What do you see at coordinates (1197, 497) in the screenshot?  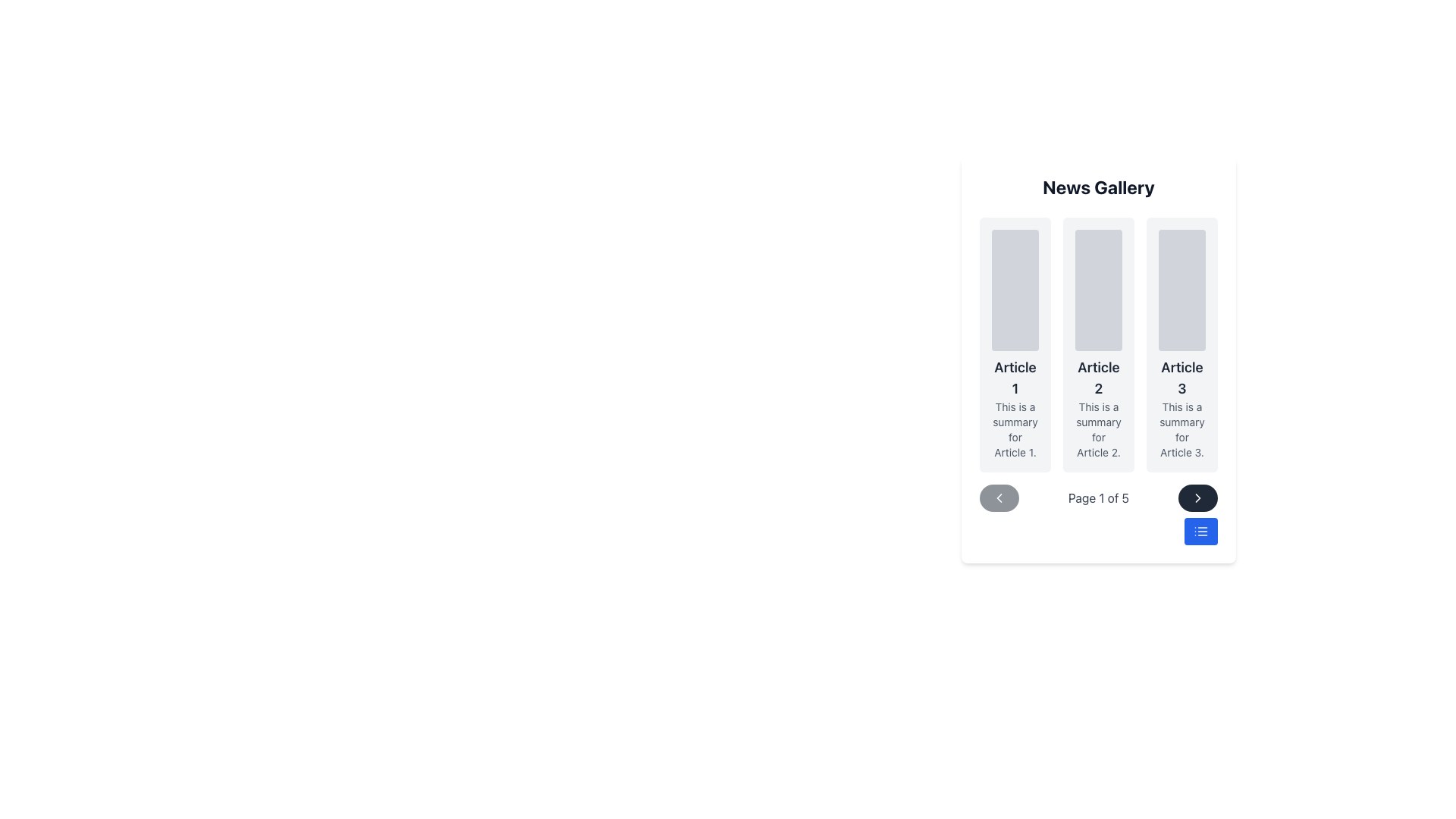 I see `the pagination control button located at the bottom right corner of the interface` at bounding box center [1197, 497].